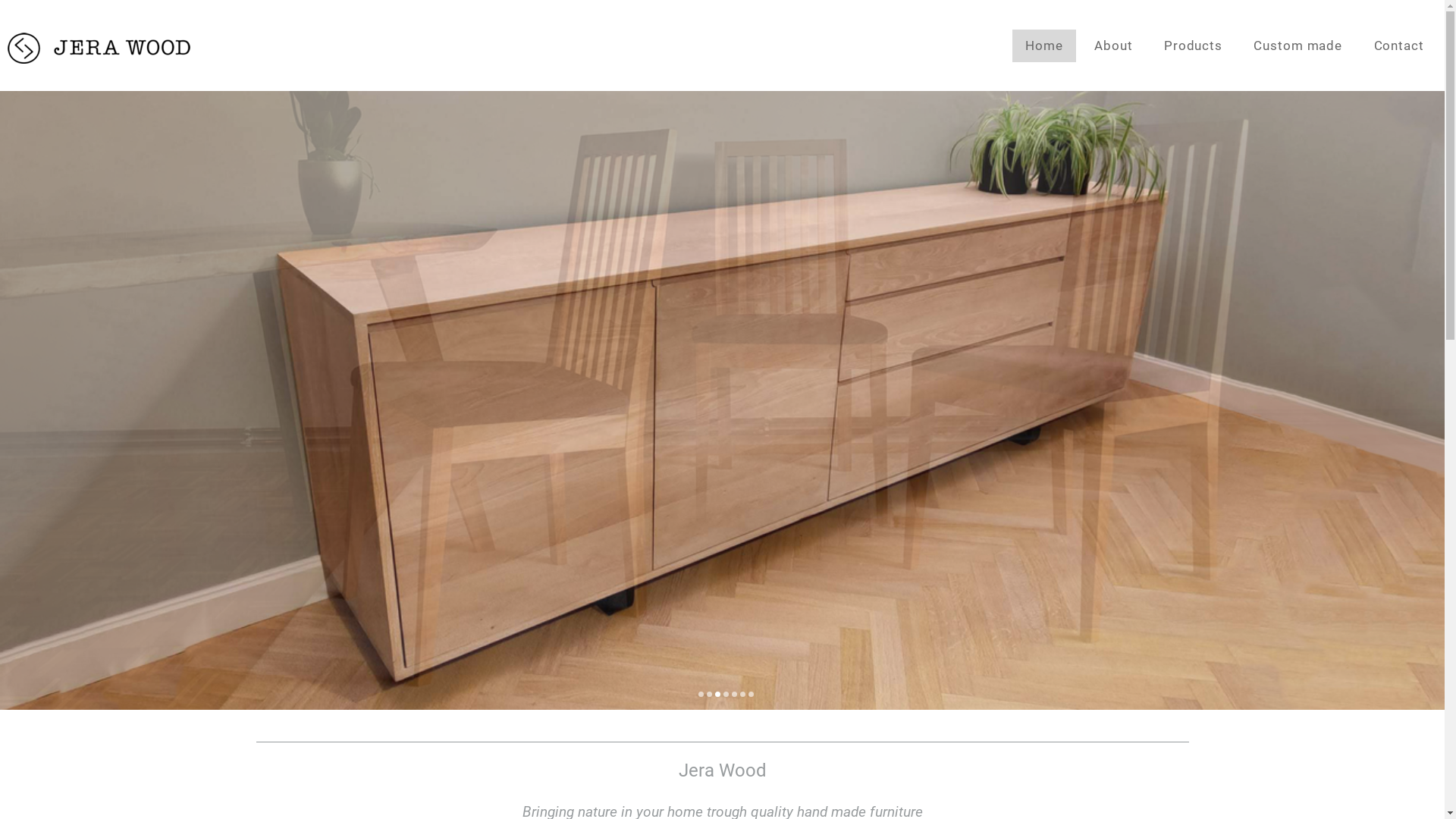  I want to click on 'About', so click(1113, 45).